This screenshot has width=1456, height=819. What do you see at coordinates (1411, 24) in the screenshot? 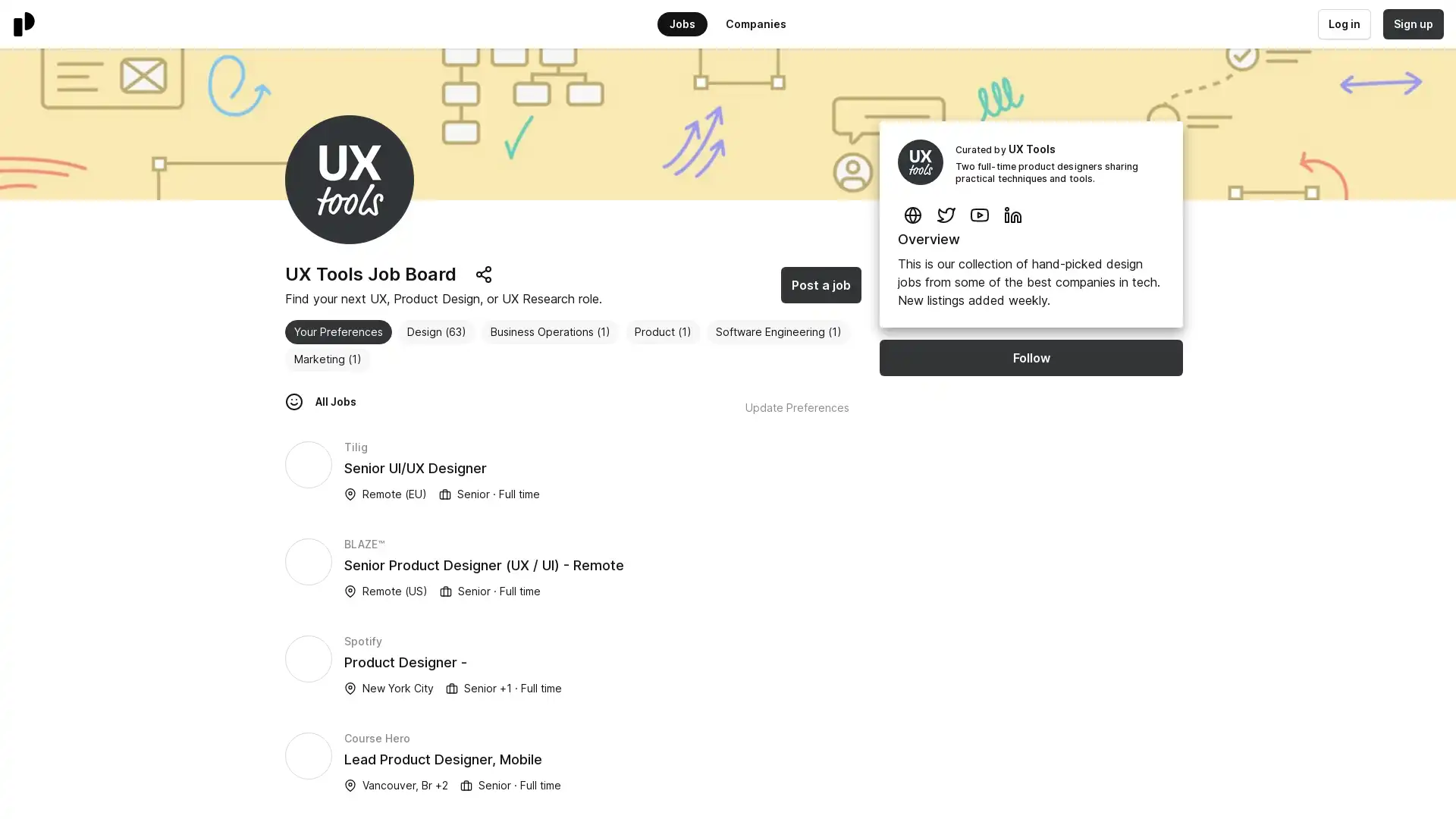
I see `Sign up` at bounding box center [1411, 24].